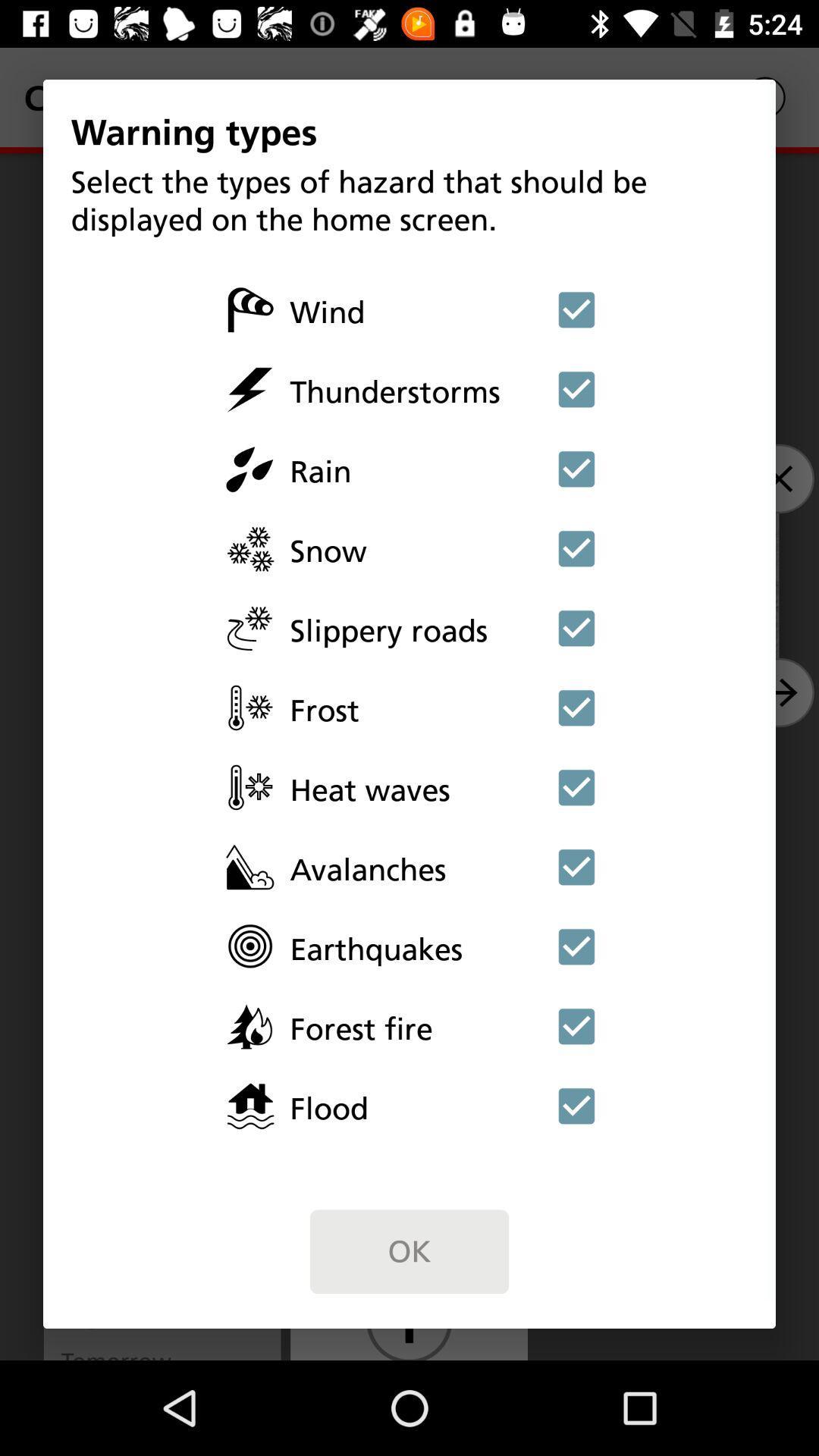 The width and height of the screenshot is (819, 1456). Describe the element at coordinates (576, 787) in the screenshot. I see `heat waves check box` at that location.